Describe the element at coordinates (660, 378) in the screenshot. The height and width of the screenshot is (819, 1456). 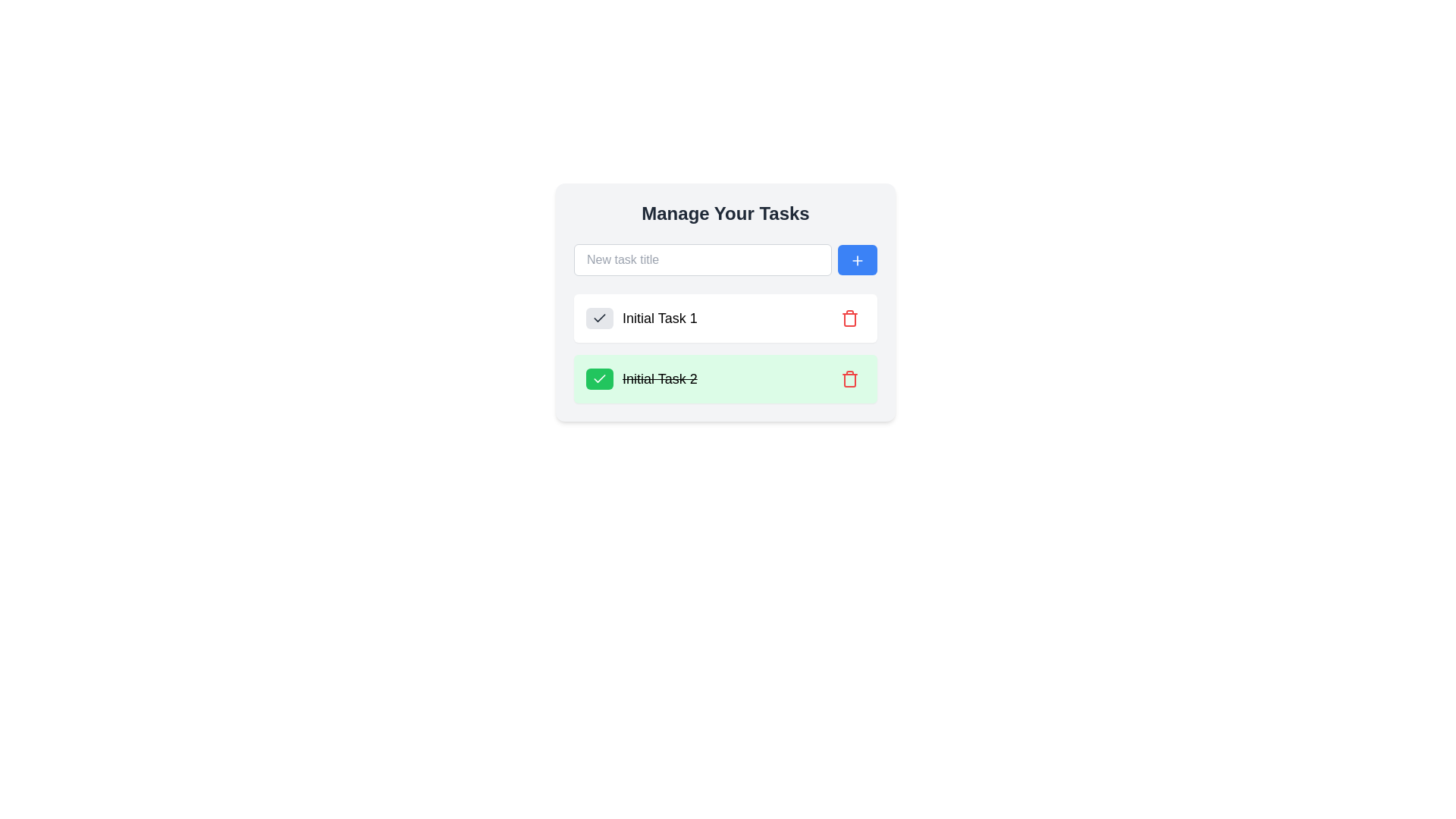
I see `the bold, line-through text label reading 'Initial Task 2', which is centrally aligned in its row within a task item component` at that location.